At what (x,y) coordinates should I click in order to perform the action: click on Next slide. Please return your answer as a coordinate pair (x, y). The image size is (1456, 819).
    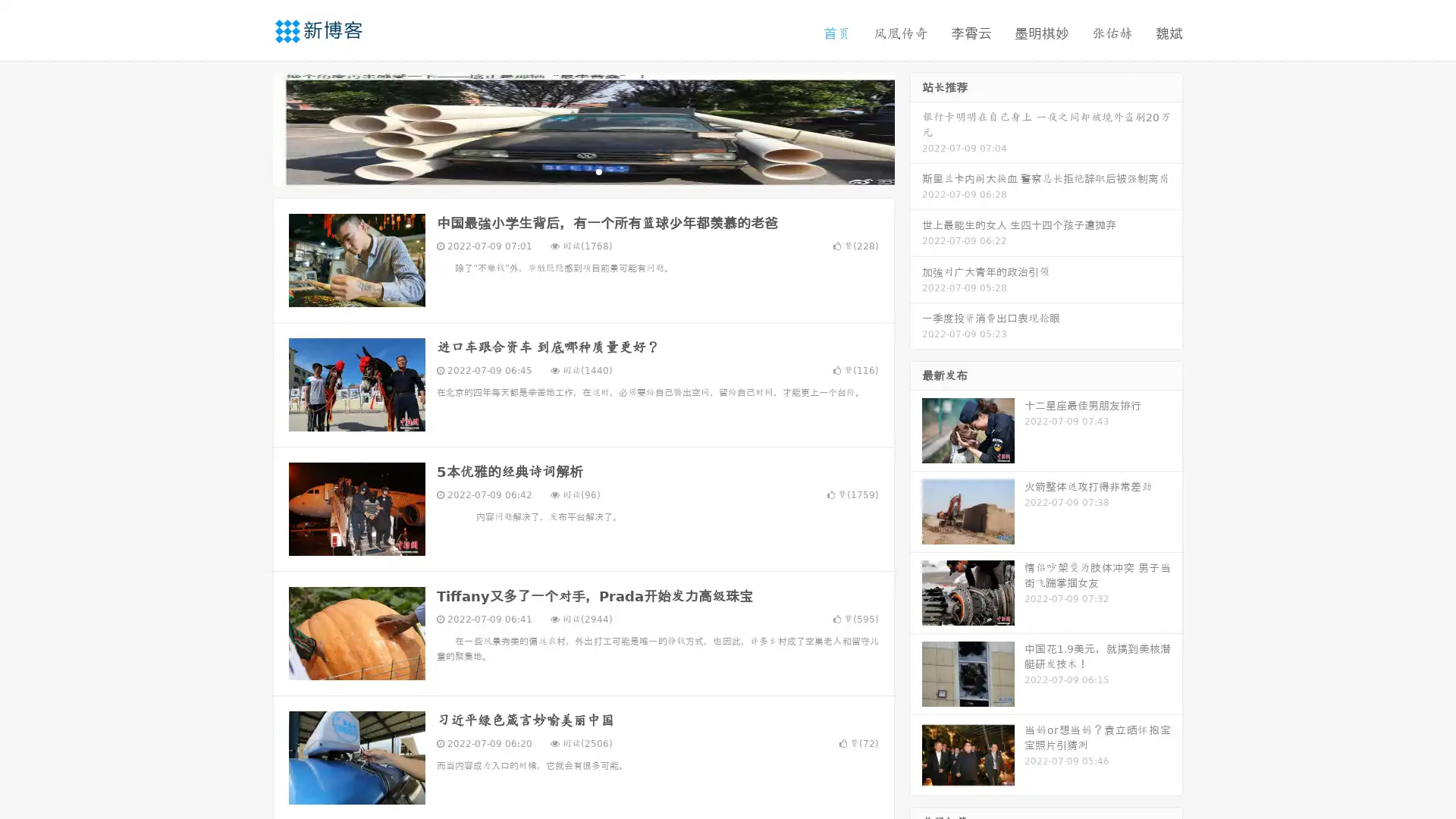
    Looking at the image, I should click on (916, 127).